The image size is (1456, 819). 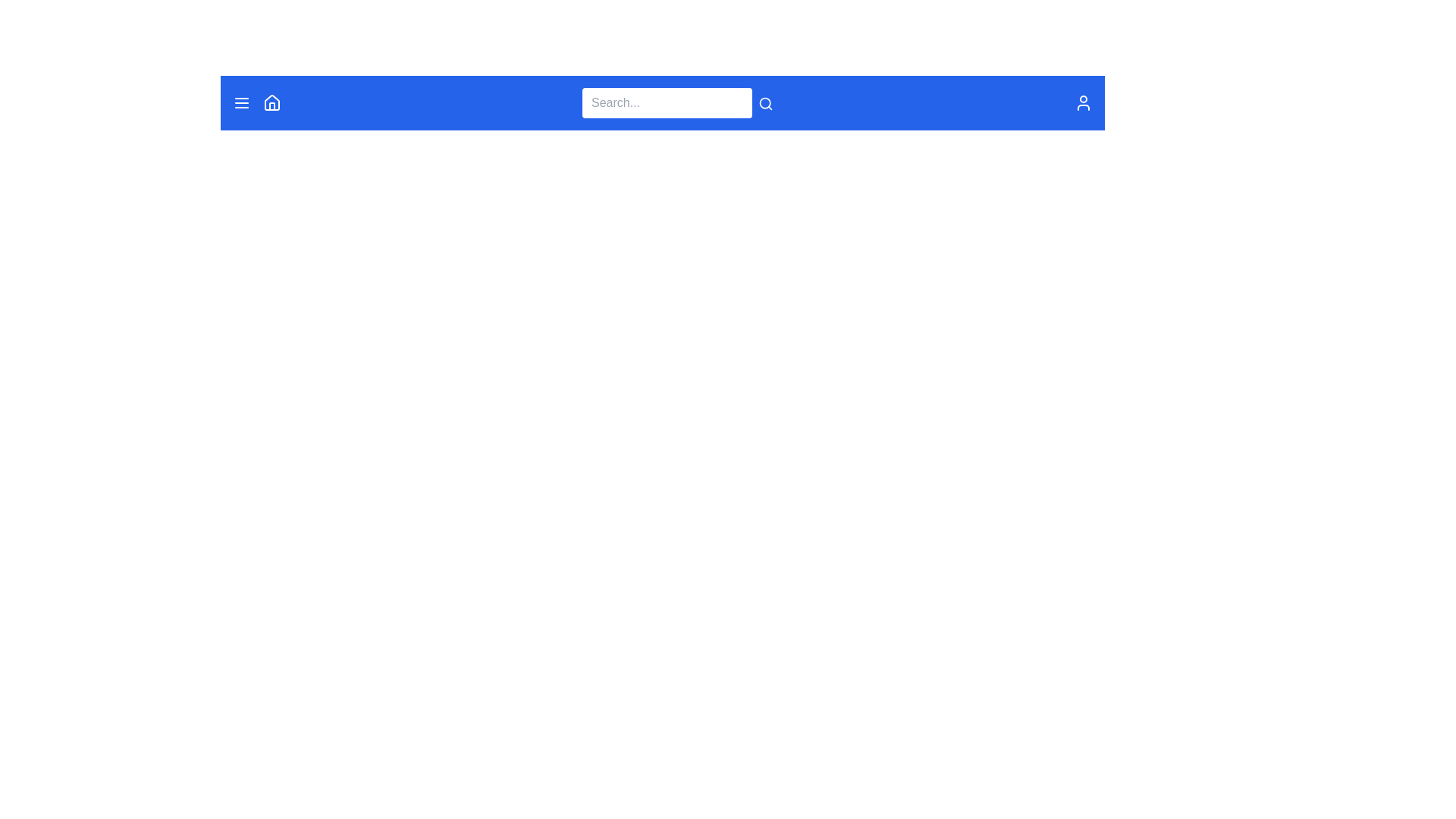 I want to click on the menu icon in the navigation group, which is represented by a stack of three horizontal lines, so click(x=257, y=102).